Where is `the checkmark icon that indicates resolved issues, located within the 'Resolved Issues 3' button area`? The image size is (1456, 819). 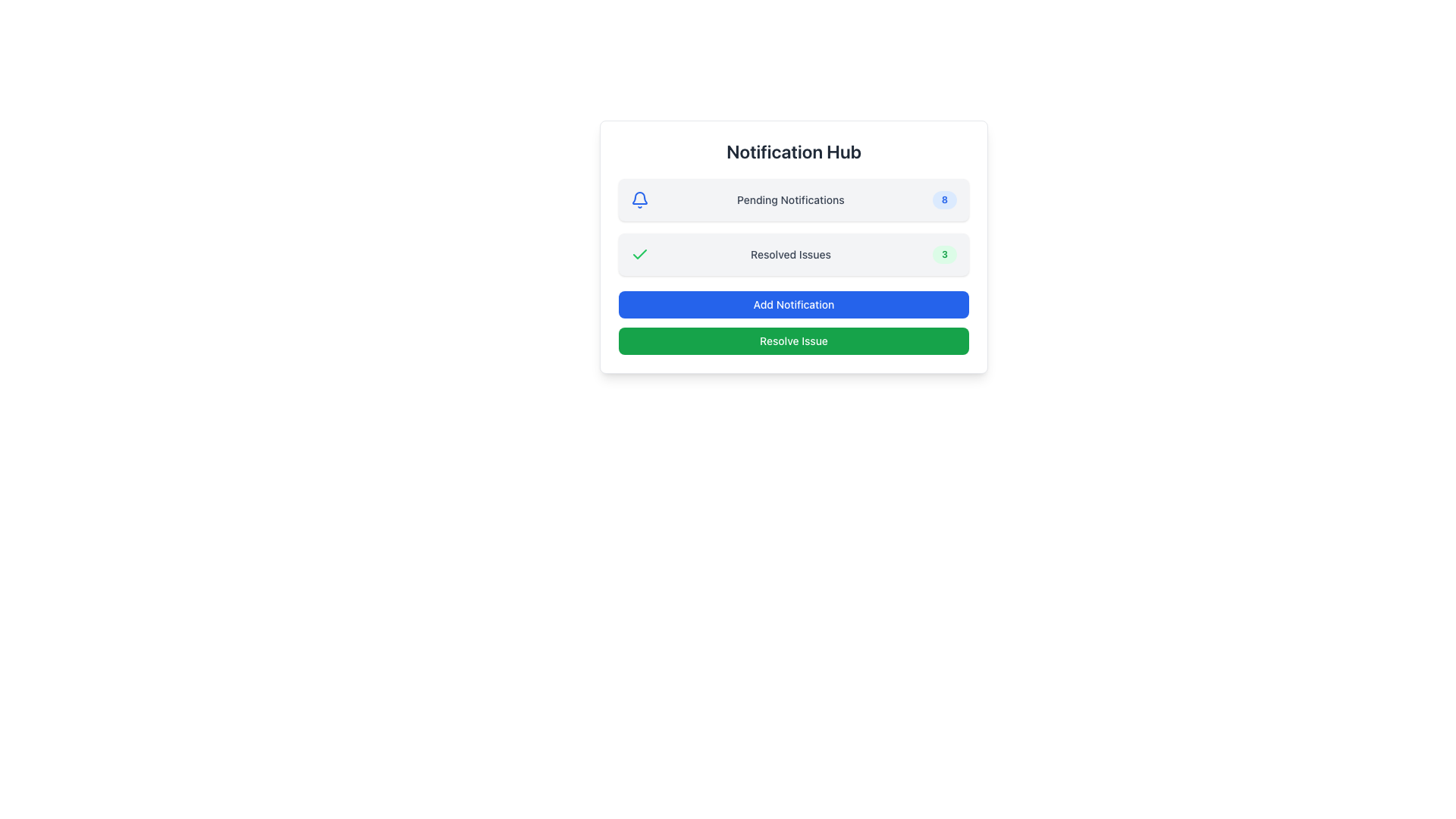 the checkmark icon that indicates resolved issues, located within the 'Resolved Issues 3' button area is located at coordinates (640, 253).